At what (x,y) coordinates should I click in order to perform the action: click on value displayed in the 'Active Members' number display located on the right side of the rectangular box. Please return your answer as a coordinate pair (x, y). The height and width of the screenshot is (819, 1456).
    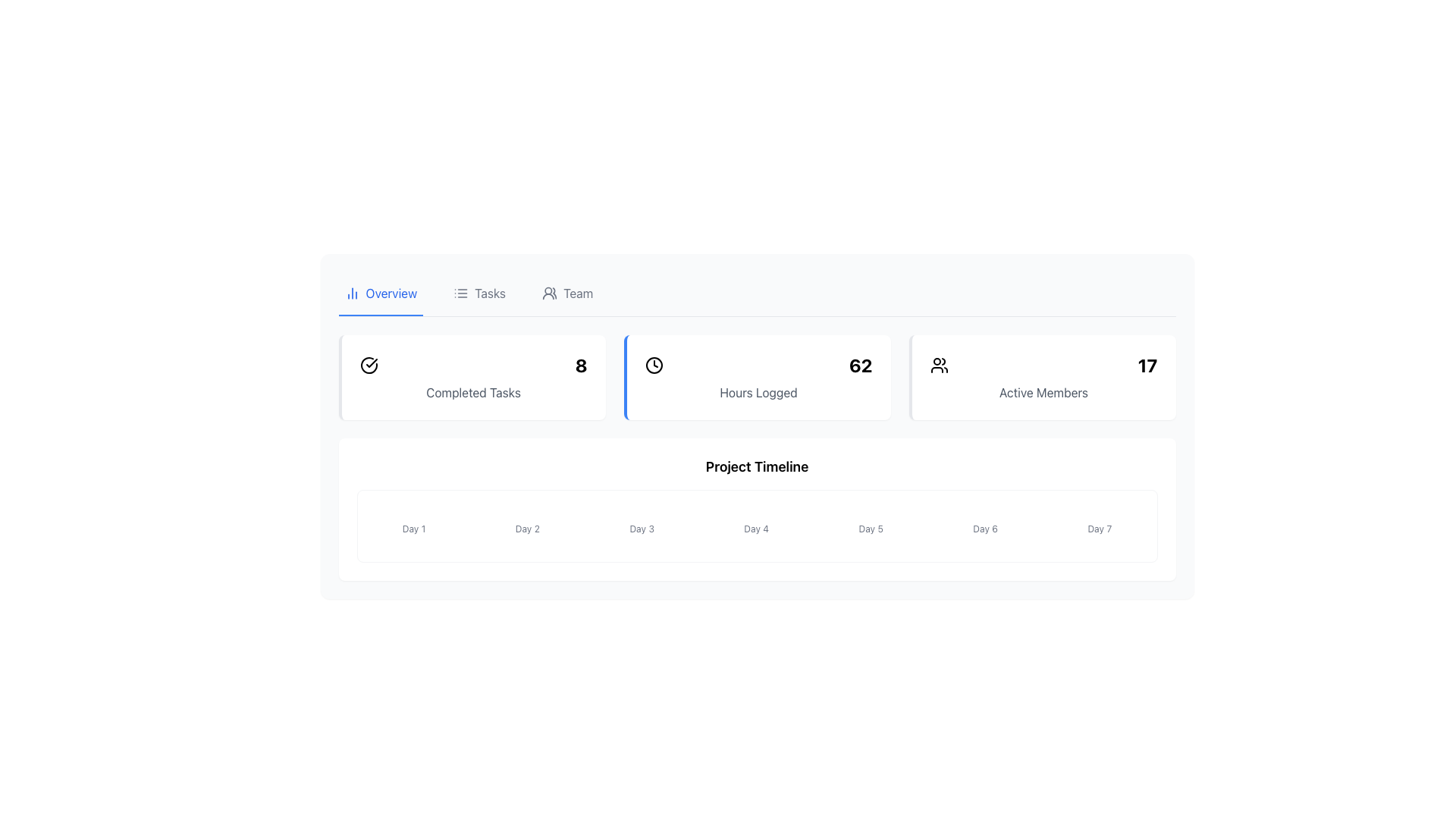
    Looking at the image, I should click on (1043, 366).